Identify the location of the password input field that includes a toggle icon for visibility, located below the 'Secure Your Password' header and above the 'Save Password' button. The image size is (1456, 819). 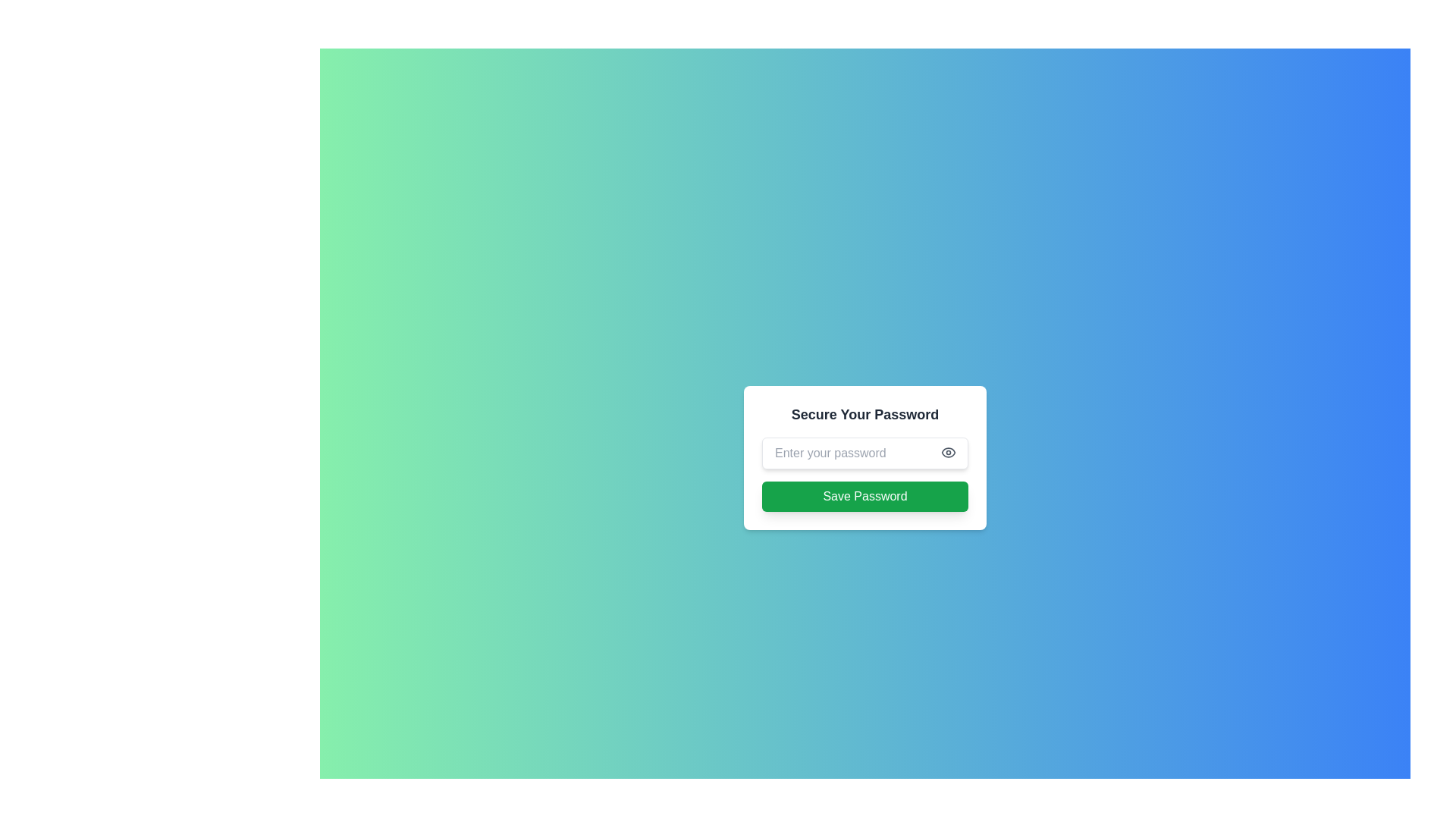
(865, 457).